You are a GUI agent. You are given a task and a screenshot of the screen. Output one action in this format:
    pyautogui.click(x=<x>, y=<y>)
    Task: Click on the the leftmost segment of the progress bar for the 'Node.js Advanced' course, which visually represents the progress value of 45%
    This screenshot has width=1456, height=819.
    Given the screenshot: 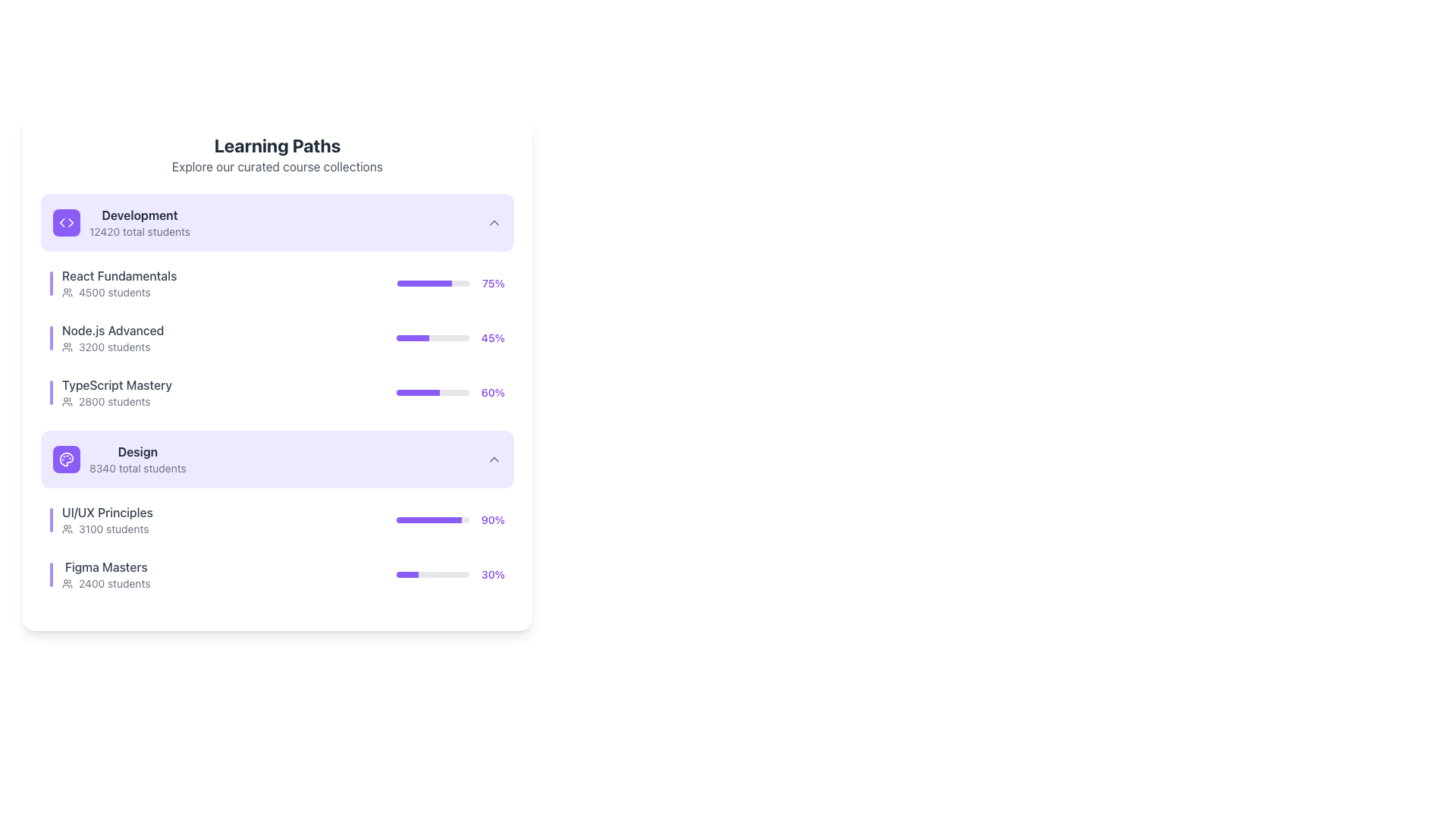 What is the action you would take?
    pyautogui.click(x=413, y=337)
    